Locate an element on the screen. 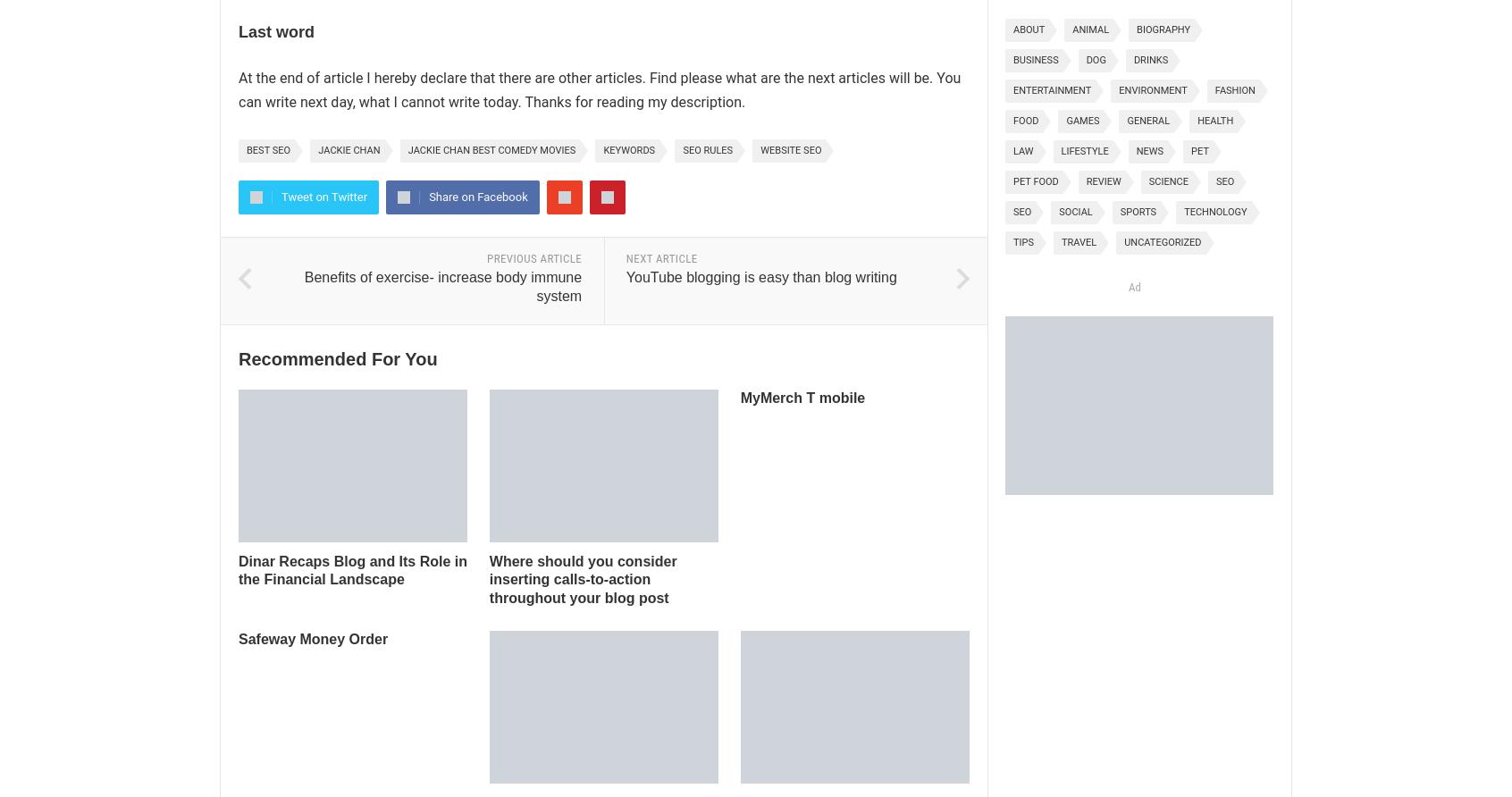 The height and width of the screenshot is (797, 1512). 'keywords' is located at coordinates (602, 149).